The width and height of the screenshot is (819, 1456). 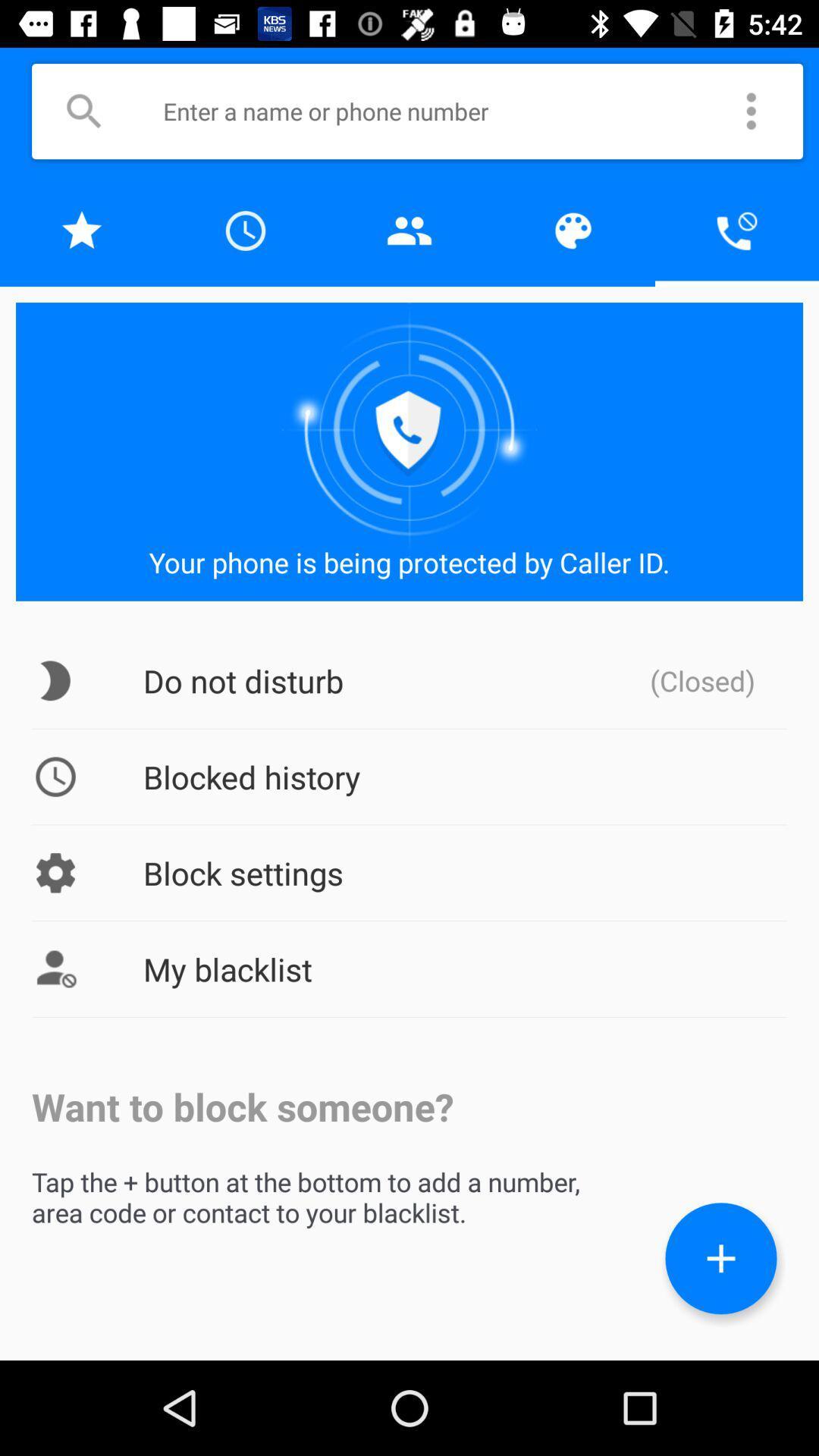 What do you see at coordinates (82, 230) in the screenshot?
I see `bookmark this` at bounding box center [82, 230].